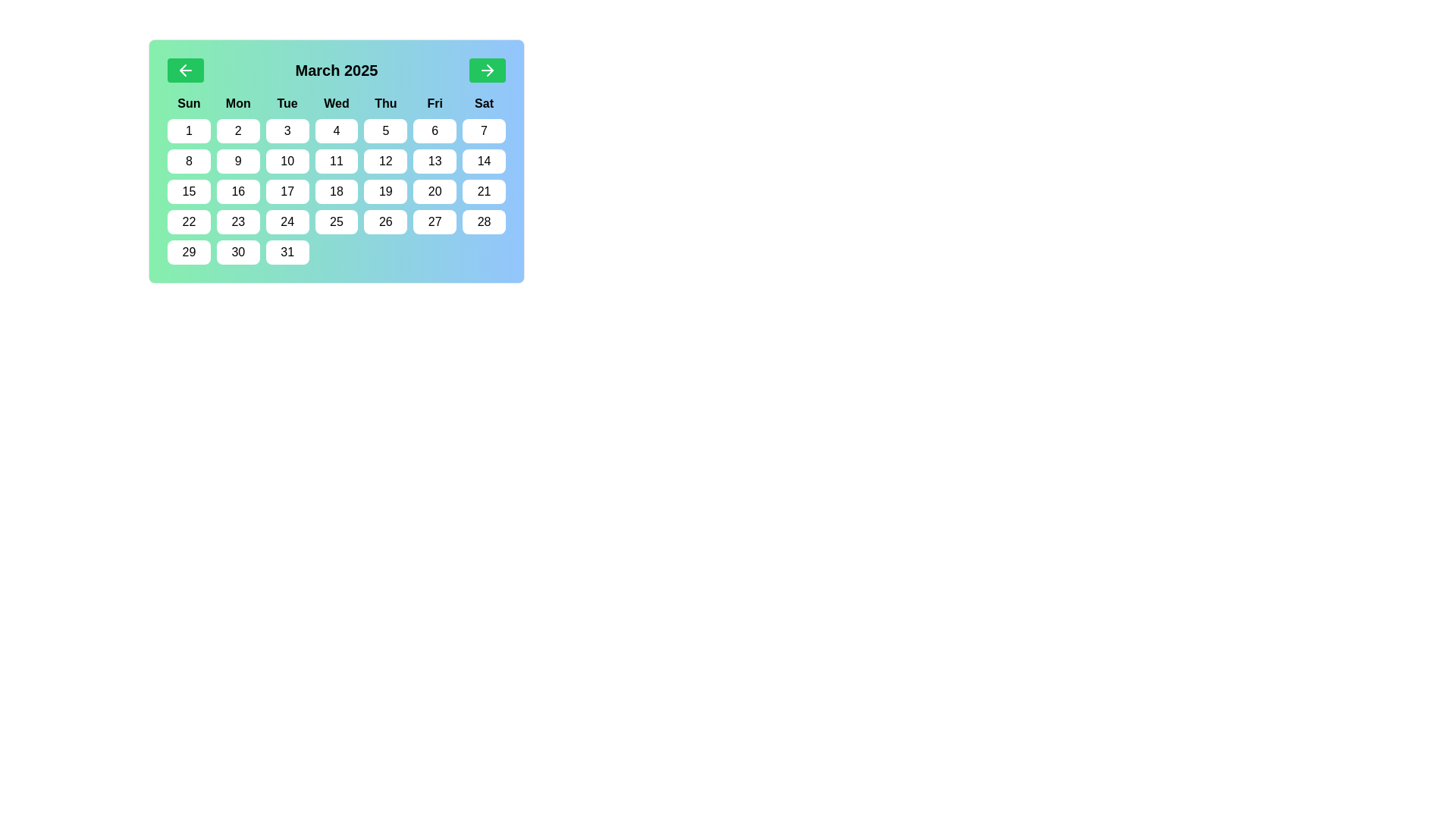 The image size is (1456, 819). What do you see at coordinates (237, 222) in the screenshot?
I see `the date button '23' in the calendar grid located in the fourth row and second column, which is below 'Mon' and adjacent to '22' and '24'` at bounding box center [237, 222].